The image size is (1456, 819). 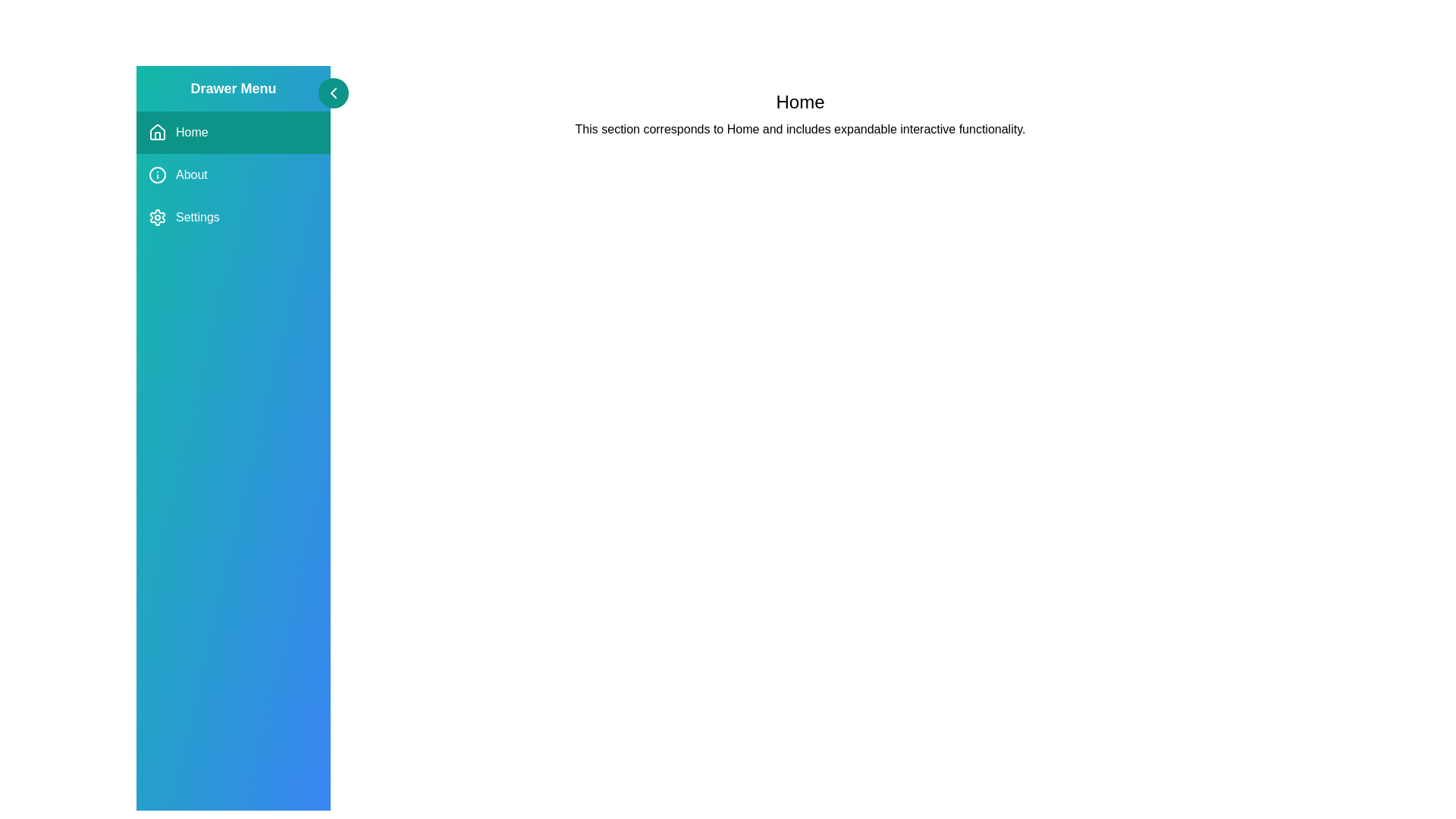 I want to click on the menu option Home by clicking on it, so click(x=232, y=131).